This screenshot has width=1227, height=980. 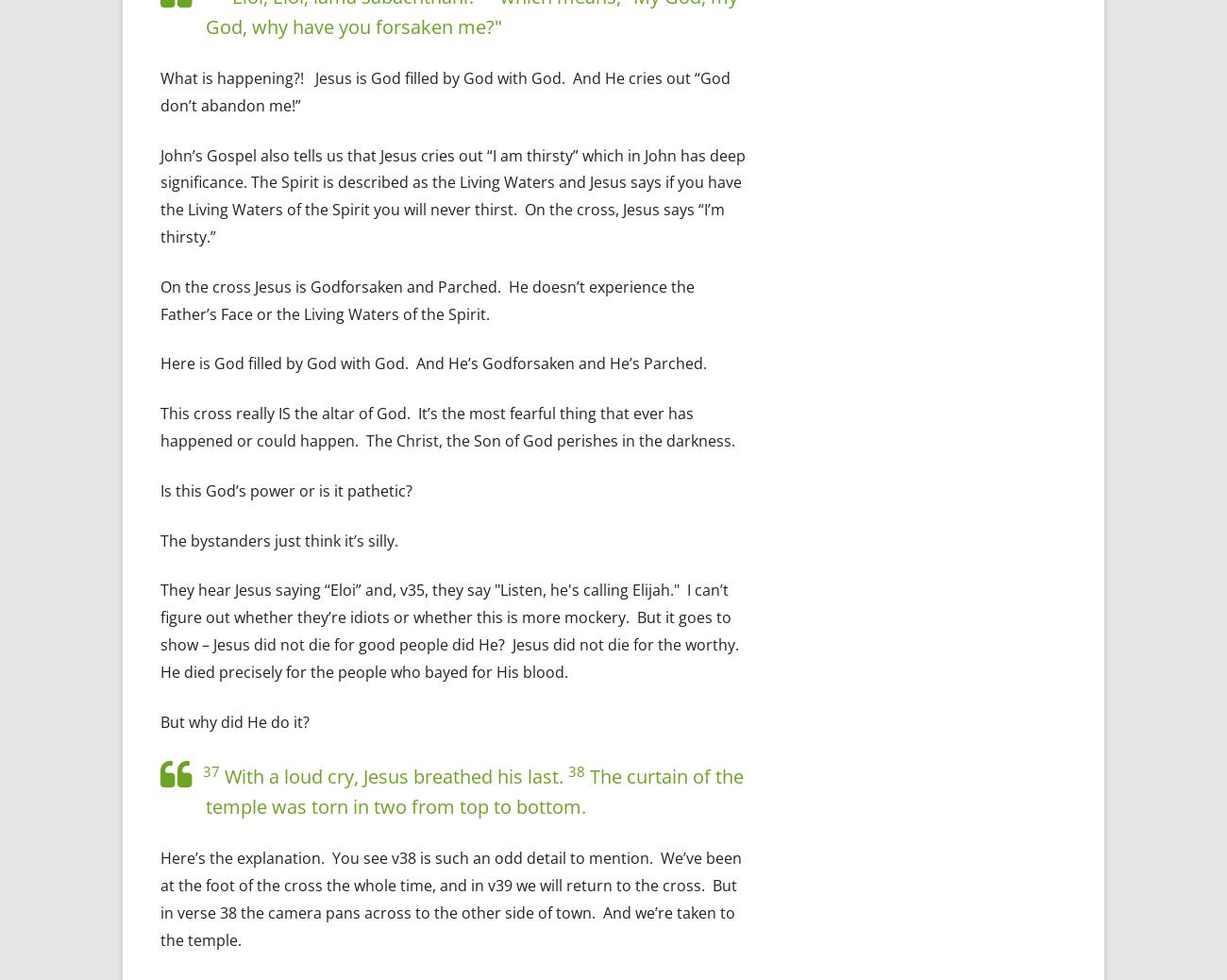 I want to click on 'But why did He do it?', so click(x=233, y=719).